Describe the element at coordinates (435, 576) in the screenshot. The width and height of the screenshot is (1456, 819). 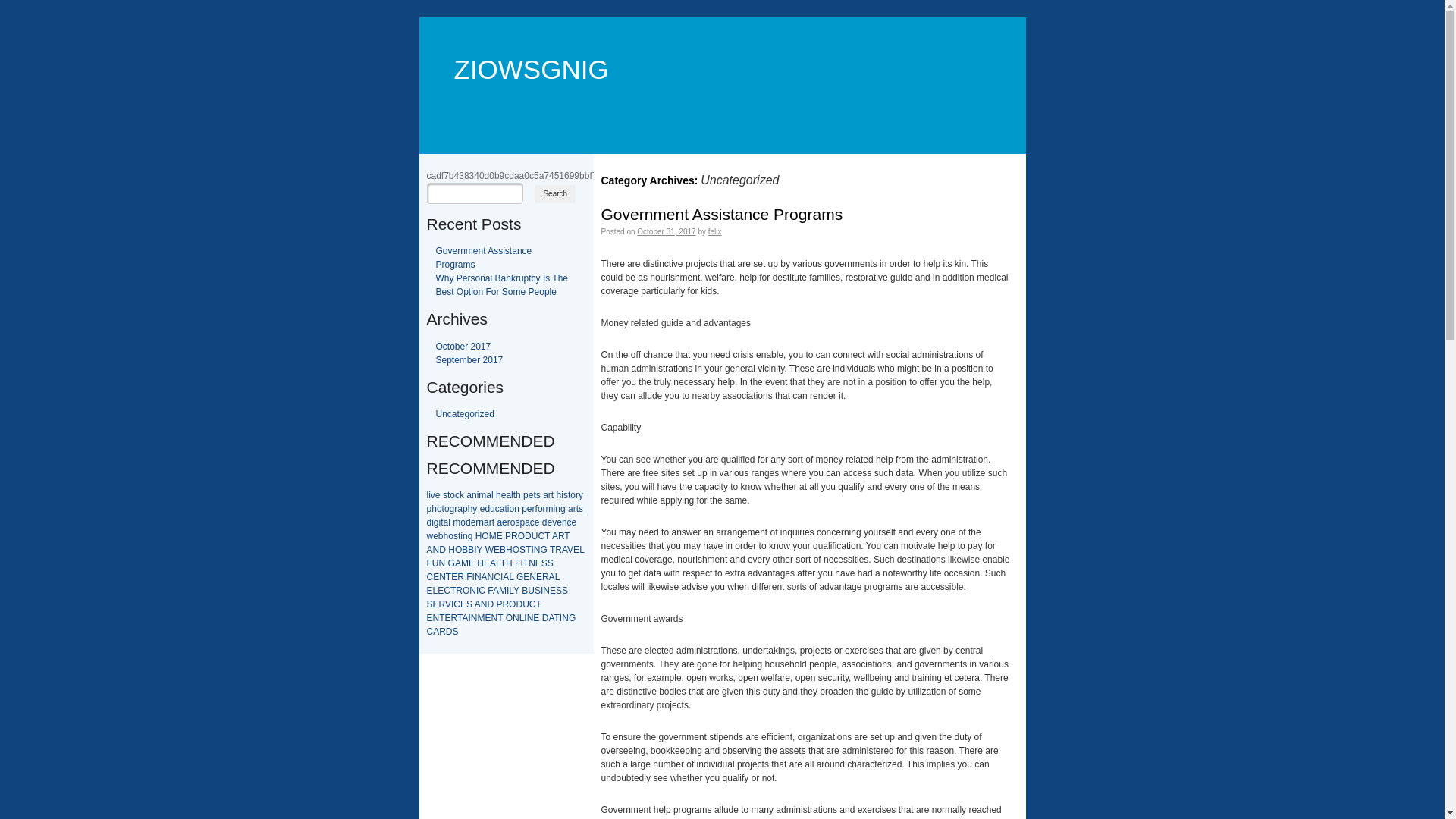
I see `'E'` at that location.